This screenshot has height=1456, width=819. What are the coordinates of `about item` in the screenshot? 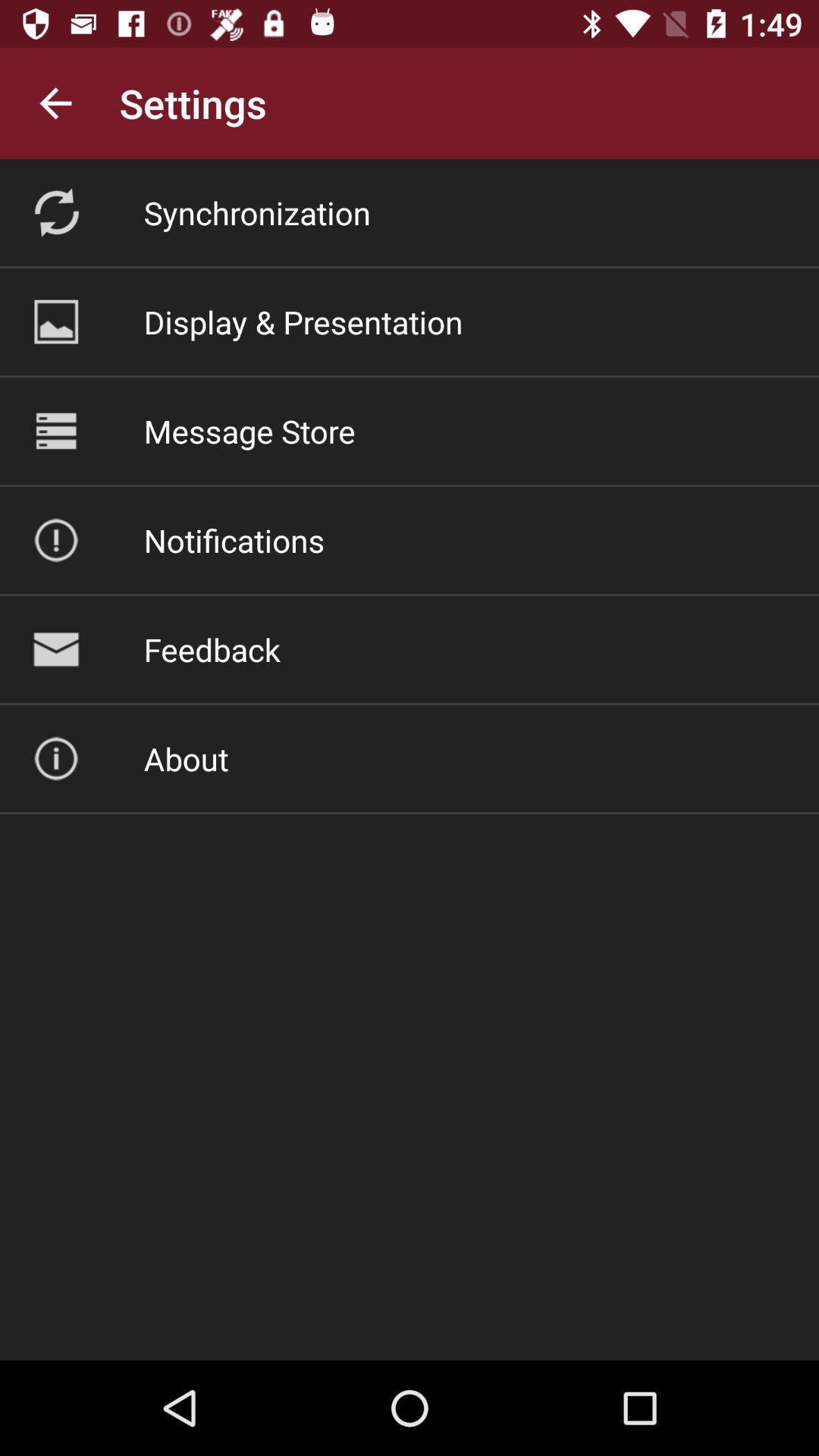 It's located at (185, 758).